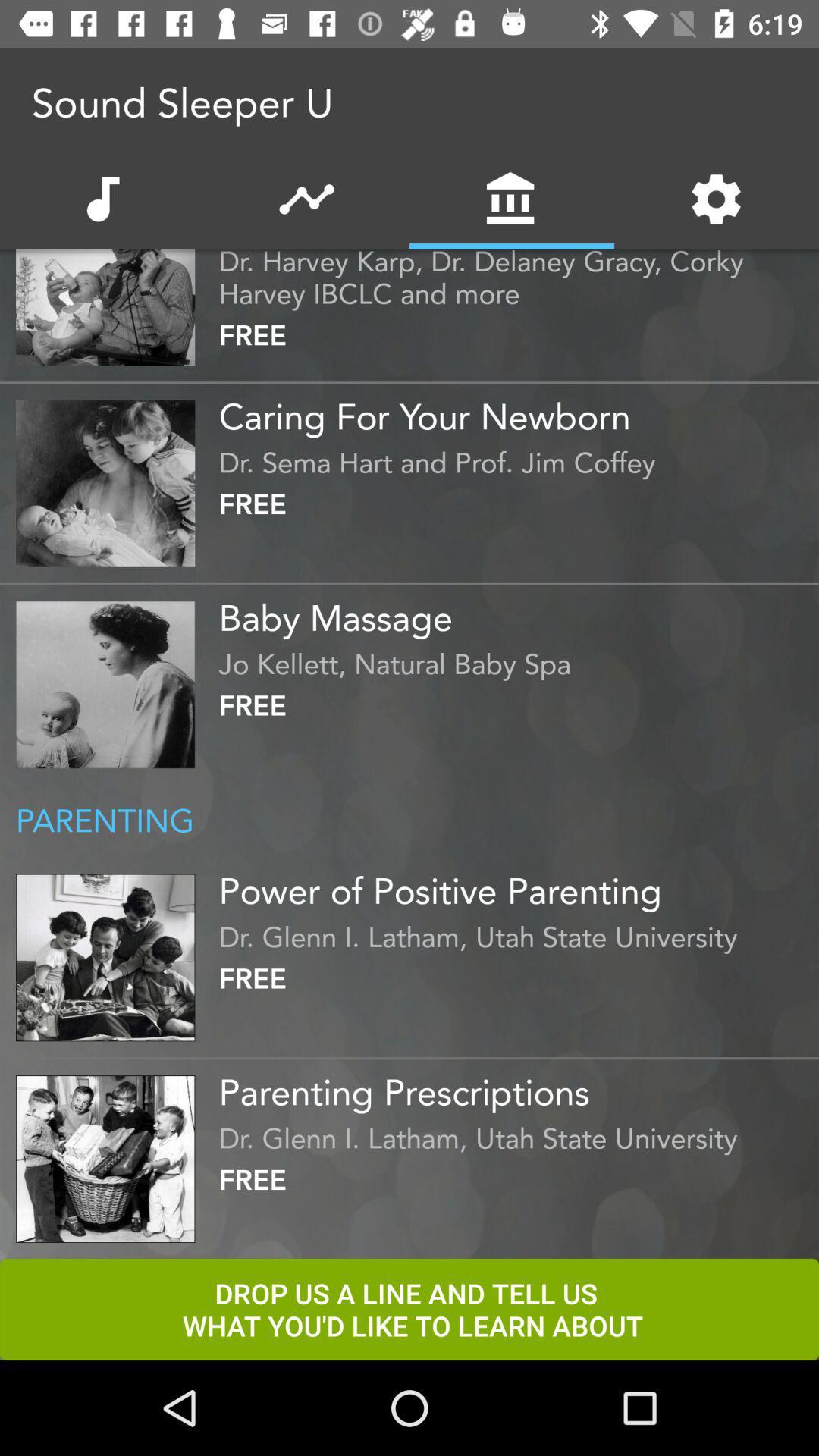 The image size is (819, 1456). I want to click on the item above the dr glenn i icon, so click(514, 1086).